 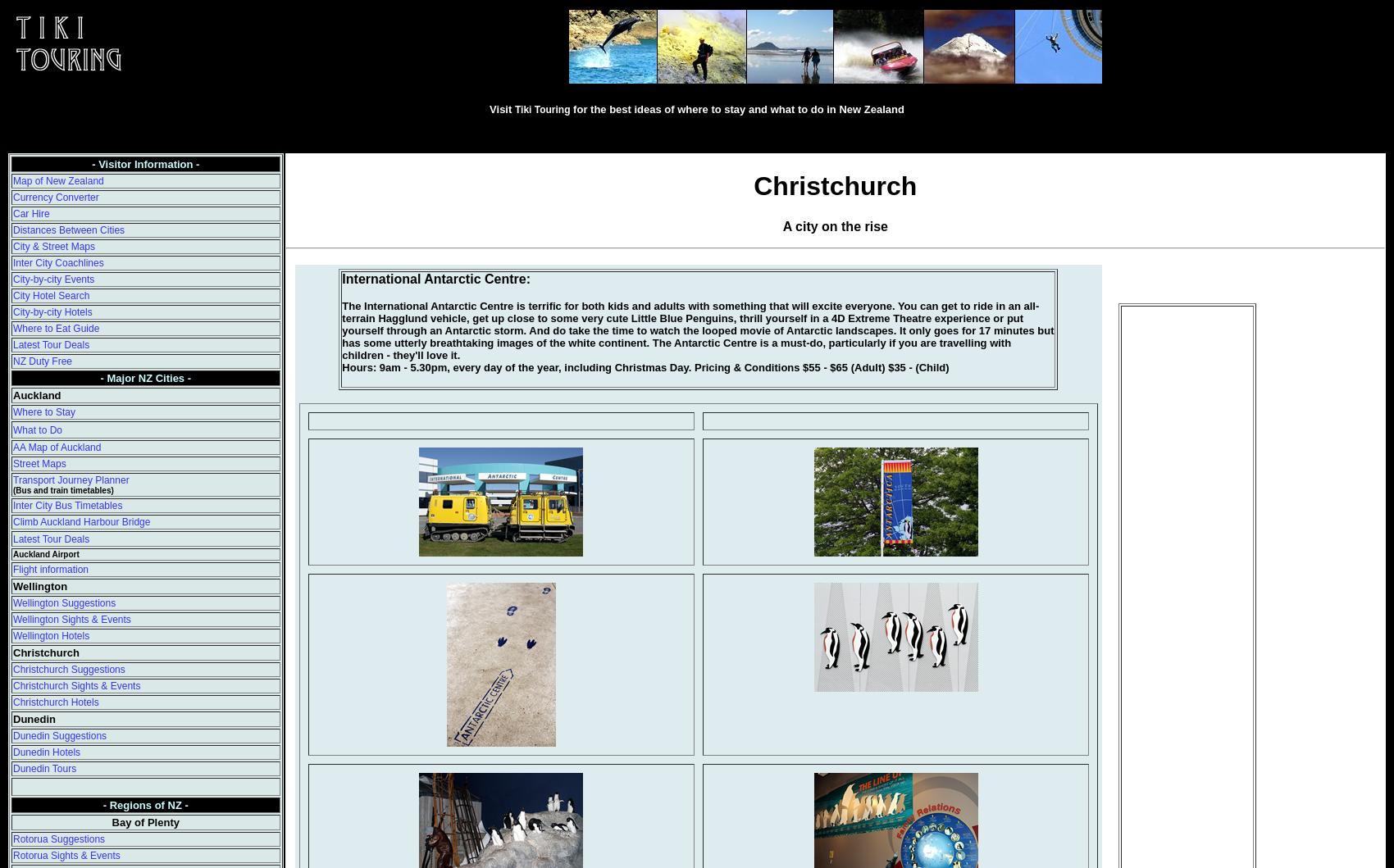 I want to click on 'Christchurch 
          Suggestions', so click(x=68, y=669).